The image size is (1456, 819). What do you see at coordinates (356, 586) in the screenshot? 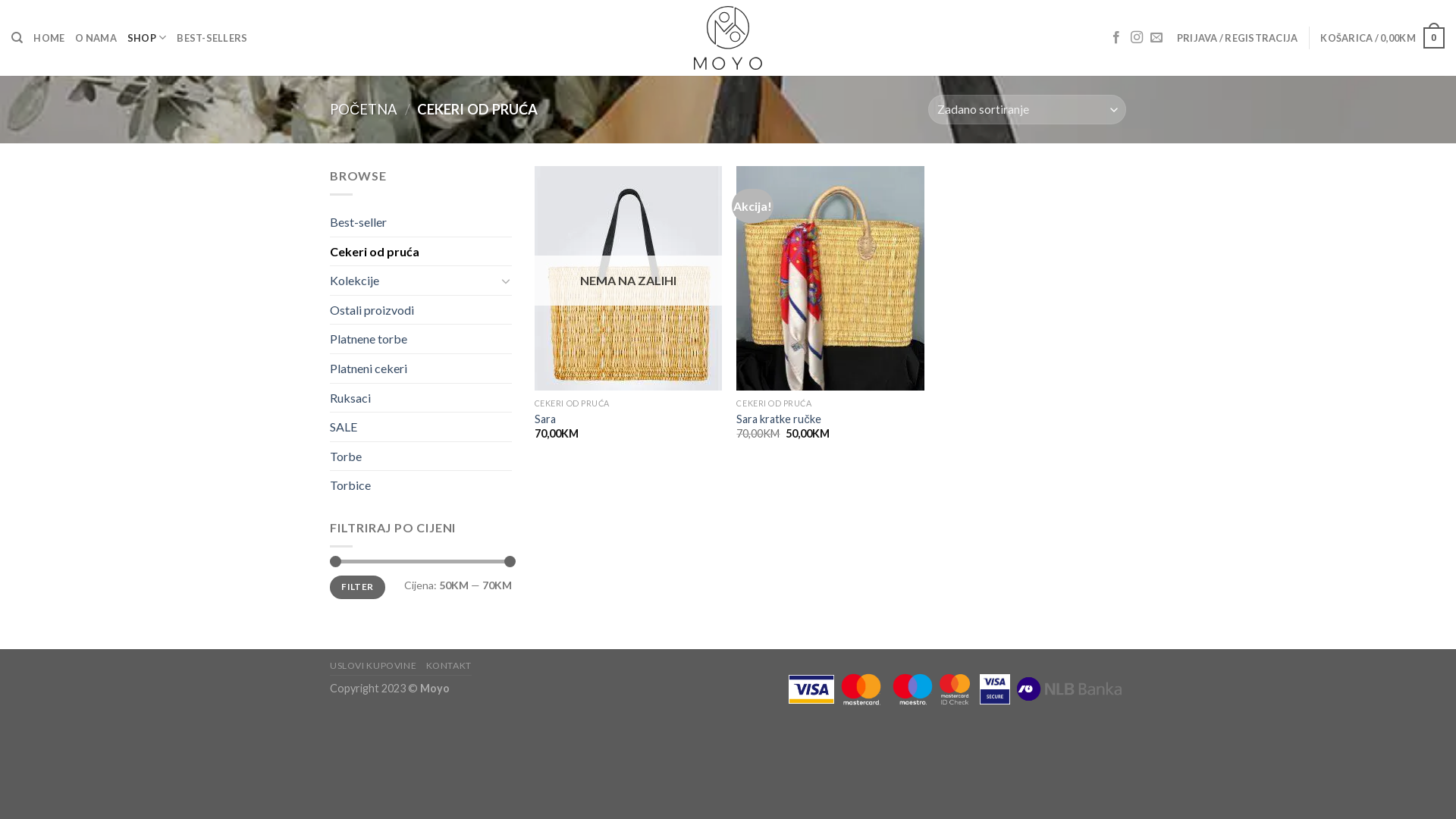
I see `'FILTER'` at bounding box center [356, 586].